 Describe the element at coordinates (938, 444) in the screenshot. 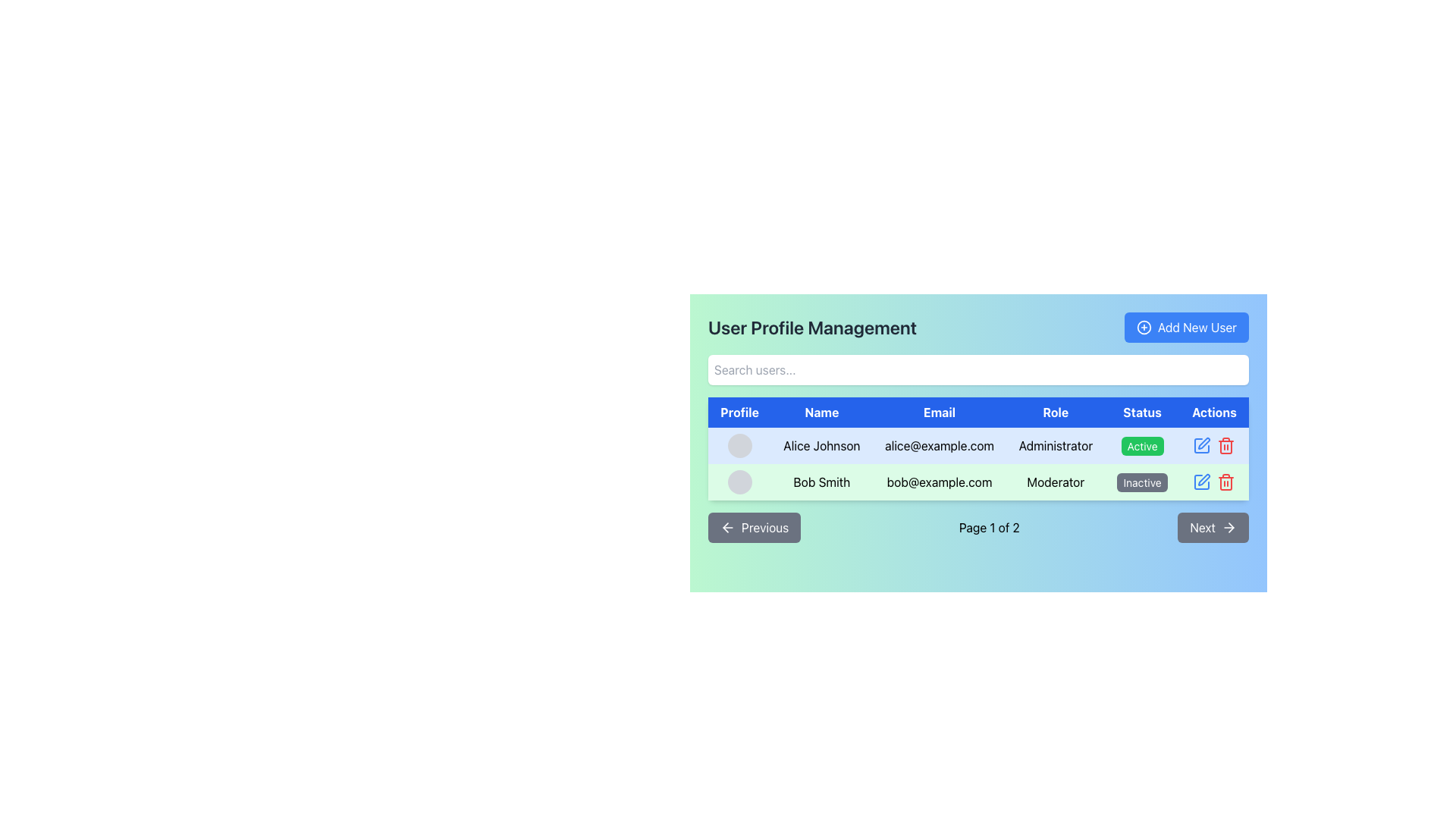

I see `the Text Display Element that shows the email address 'alice@example.com' in the third cell of the first row of a table with a light blue background` at that location.